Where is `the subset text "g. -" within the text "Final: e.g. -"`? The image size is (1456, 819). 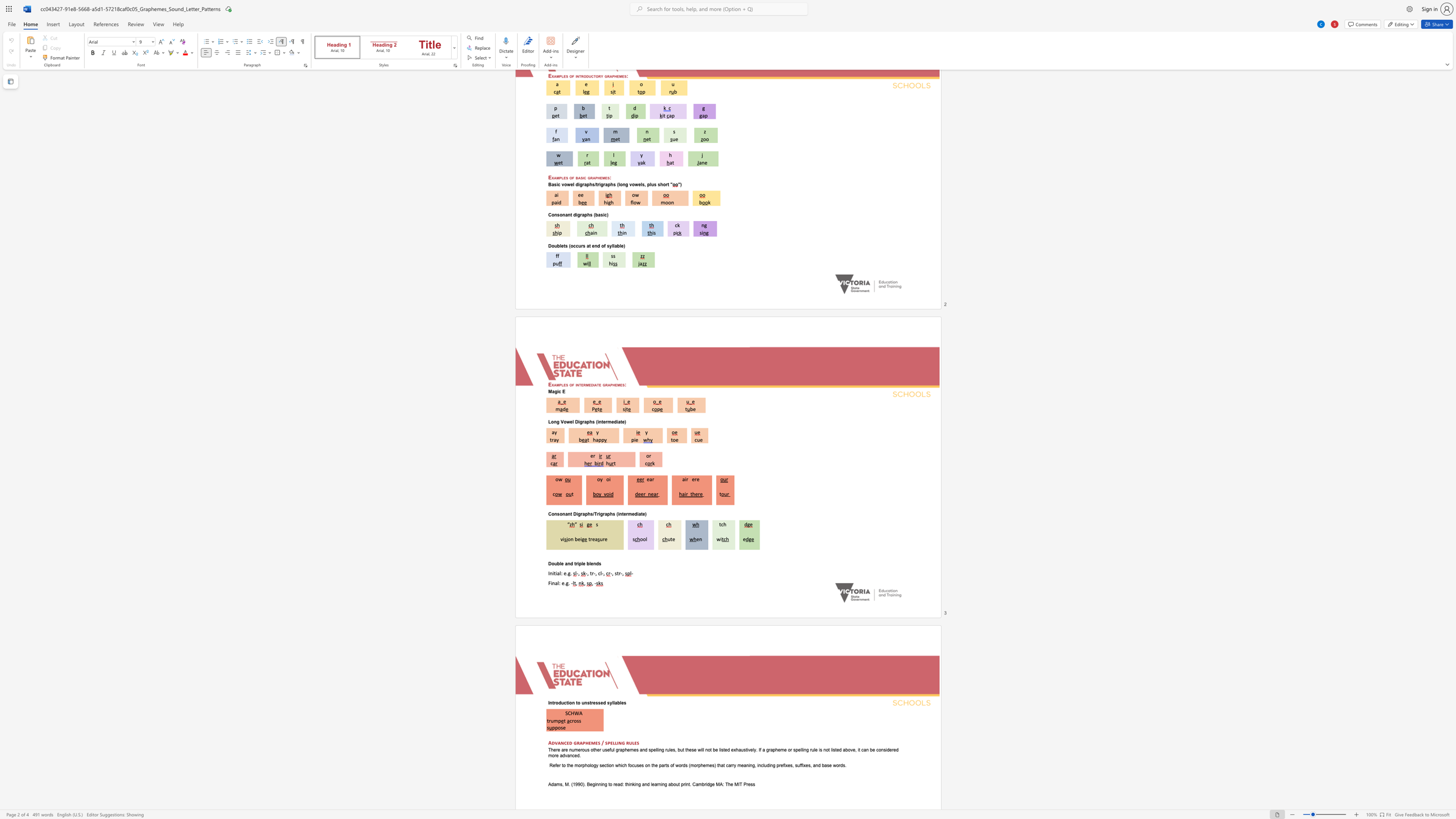 the subset text "g. -" within the text "Final: e.g. -" is located at coordinates (565, 583).